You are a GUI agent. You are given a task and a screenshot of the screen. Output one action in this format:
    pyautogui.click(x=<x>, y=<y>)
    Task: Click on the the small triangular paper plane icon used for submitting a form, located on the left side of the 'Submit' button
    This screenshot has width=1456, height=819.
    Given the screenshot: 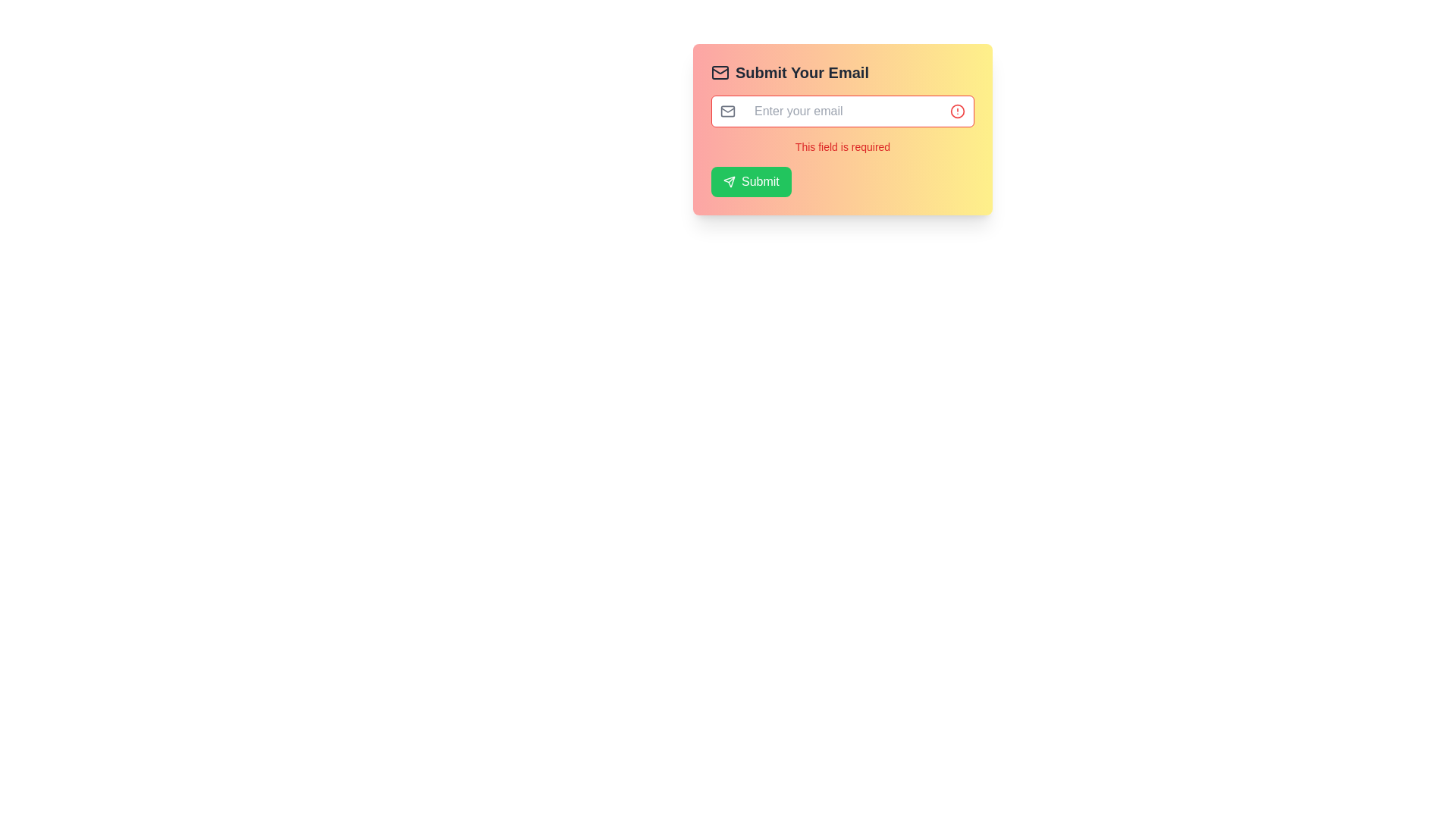 What is the action you would take?
    pyautogui.click(x=729, y=180)
    